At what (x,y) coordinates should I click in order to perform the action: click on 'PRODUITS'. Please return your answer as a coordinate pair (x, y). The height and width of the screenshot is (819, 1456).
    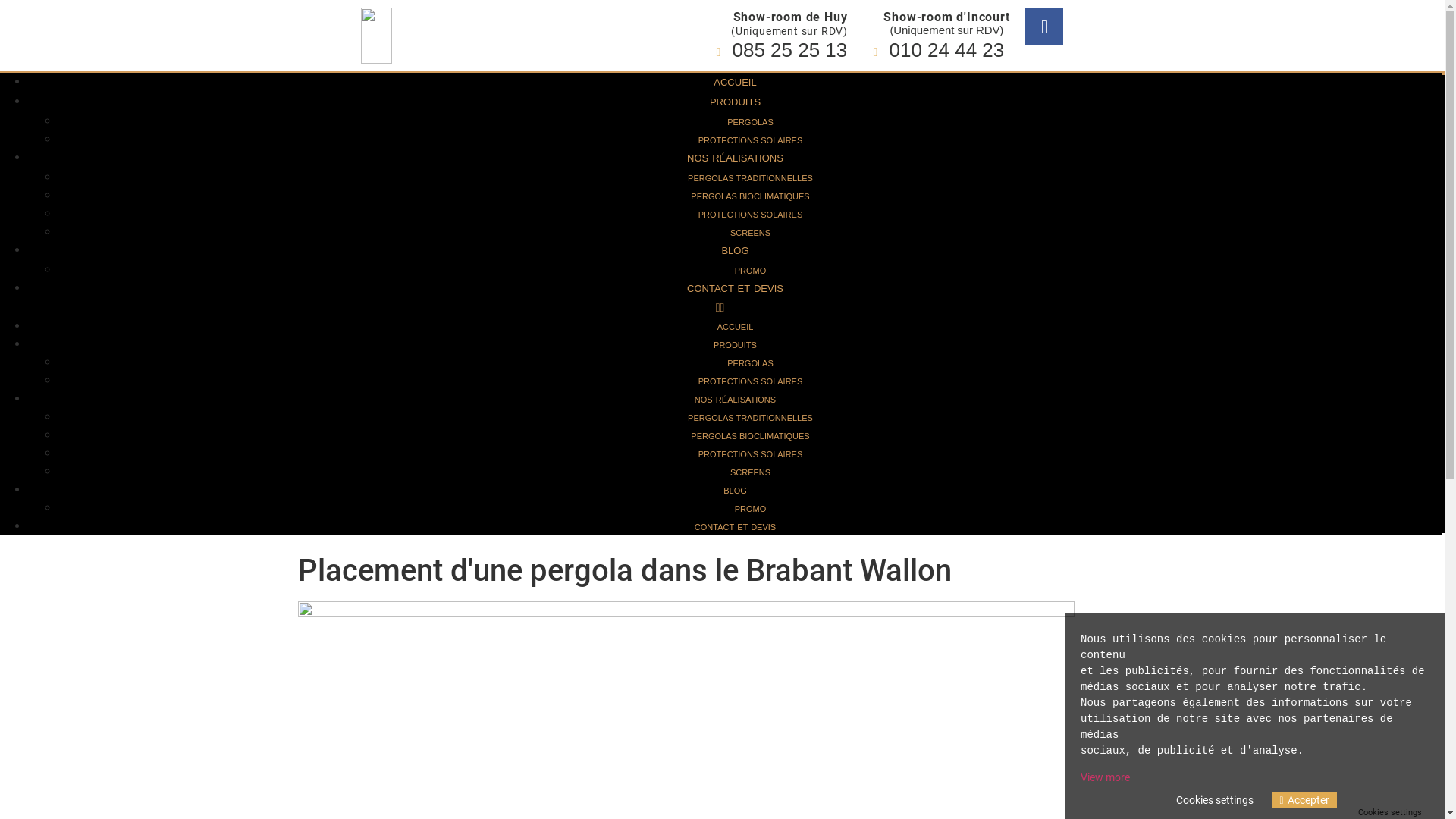
    Looking at the image, I should click on (735, 102).